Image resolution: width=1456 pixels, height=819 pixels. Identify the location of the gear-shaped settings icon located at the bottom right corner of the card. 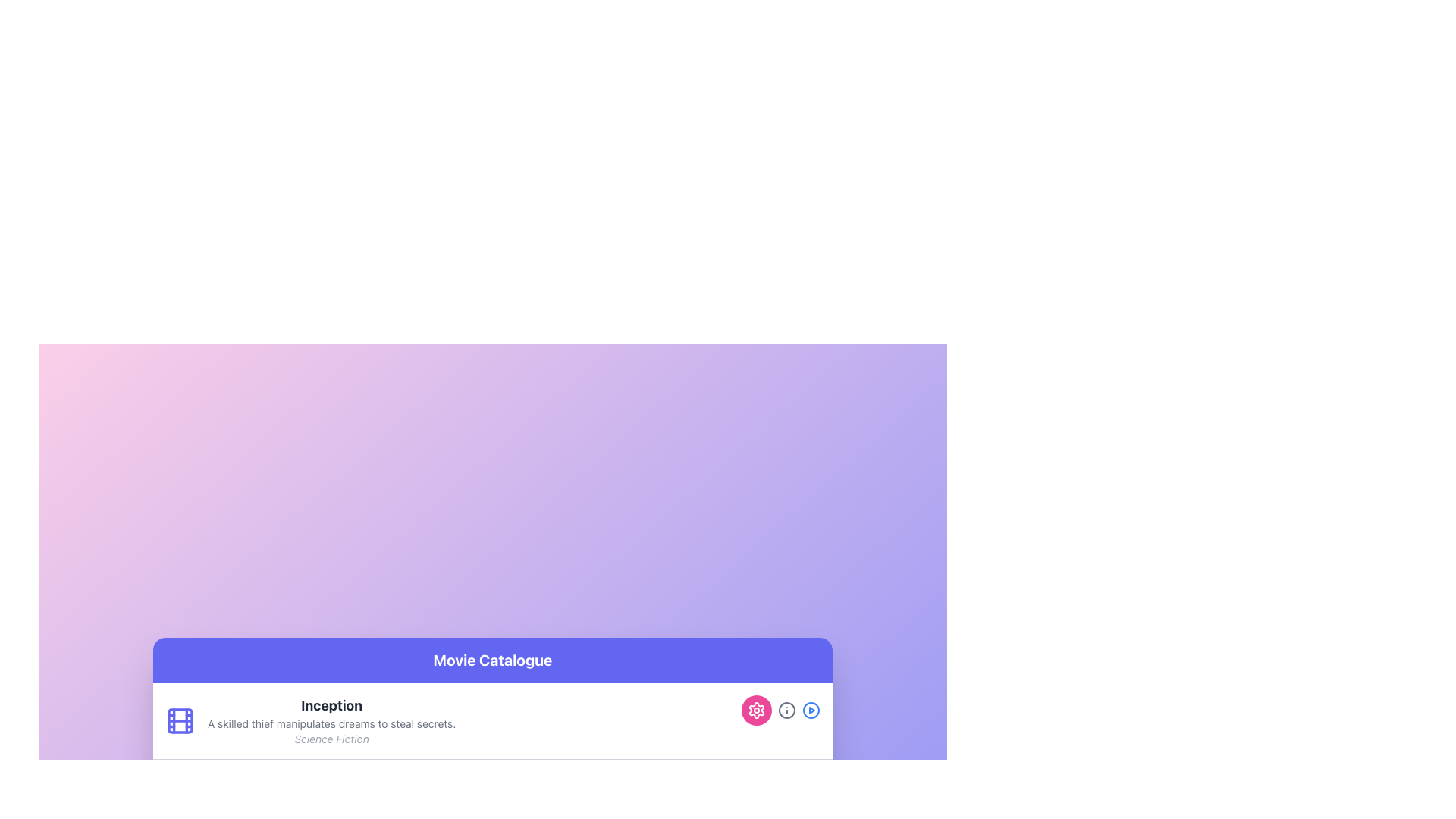
(757, 710).